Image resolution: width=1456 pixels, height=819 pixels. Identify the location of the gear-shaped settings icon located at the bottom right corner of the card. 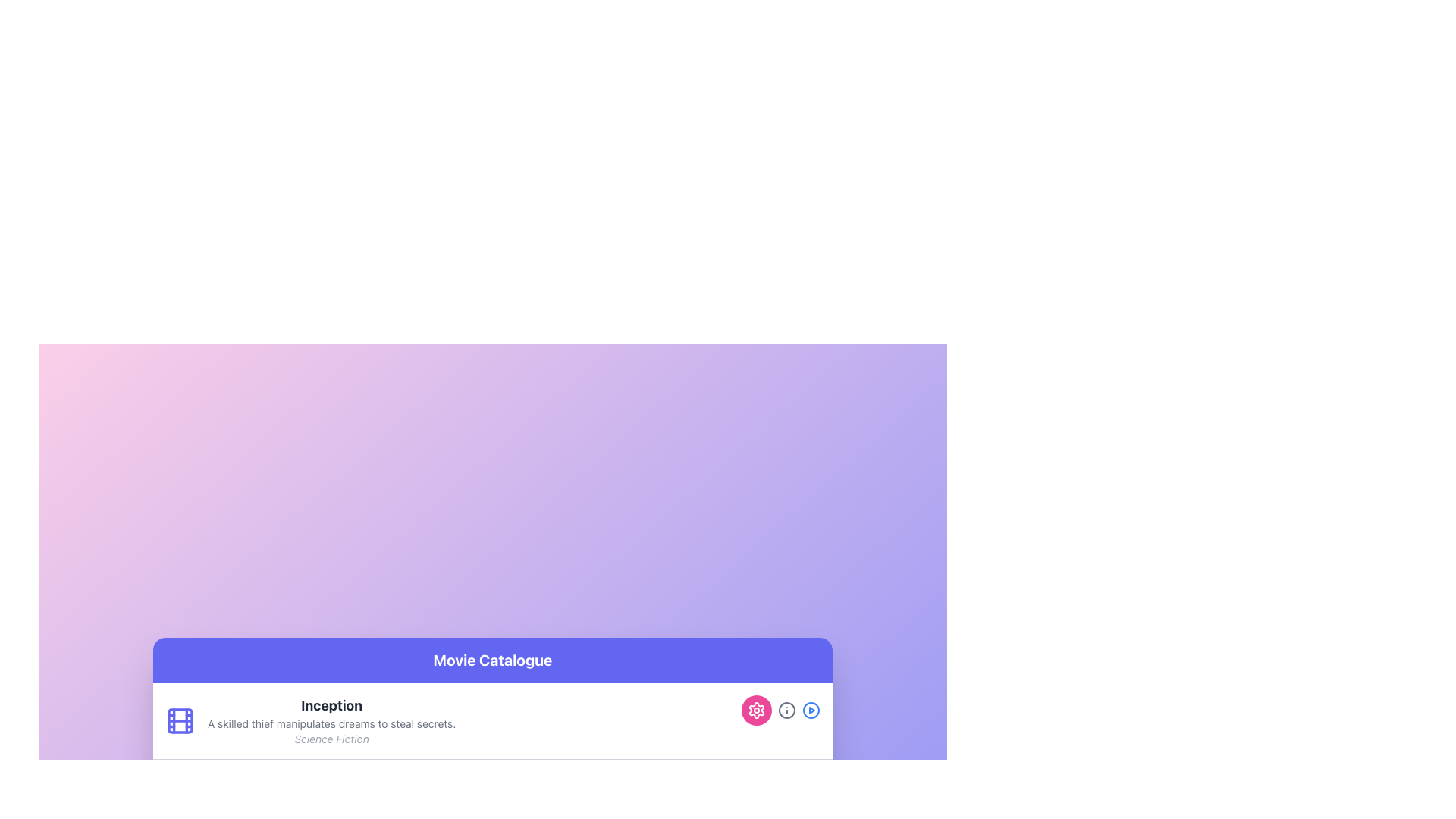
(757, 710).